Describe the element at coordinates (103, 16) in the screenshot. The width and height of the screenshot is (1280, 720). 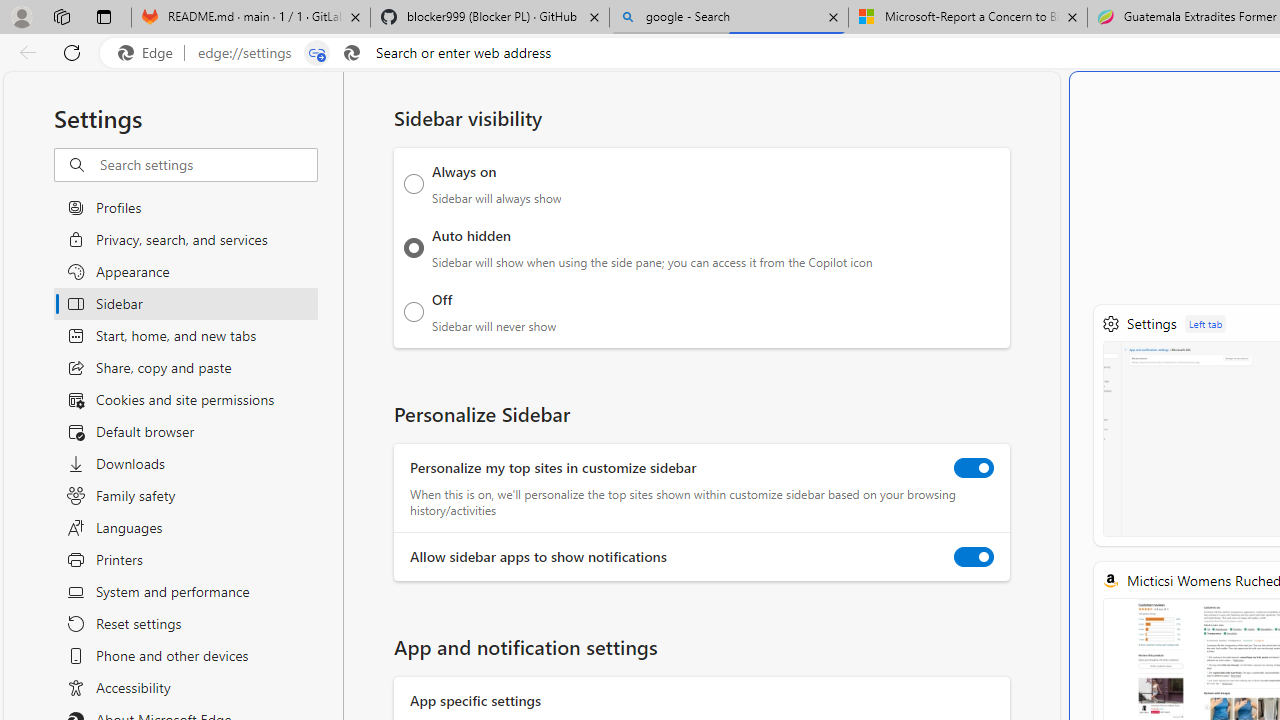
I see `'Tab actions menu'` at that location.